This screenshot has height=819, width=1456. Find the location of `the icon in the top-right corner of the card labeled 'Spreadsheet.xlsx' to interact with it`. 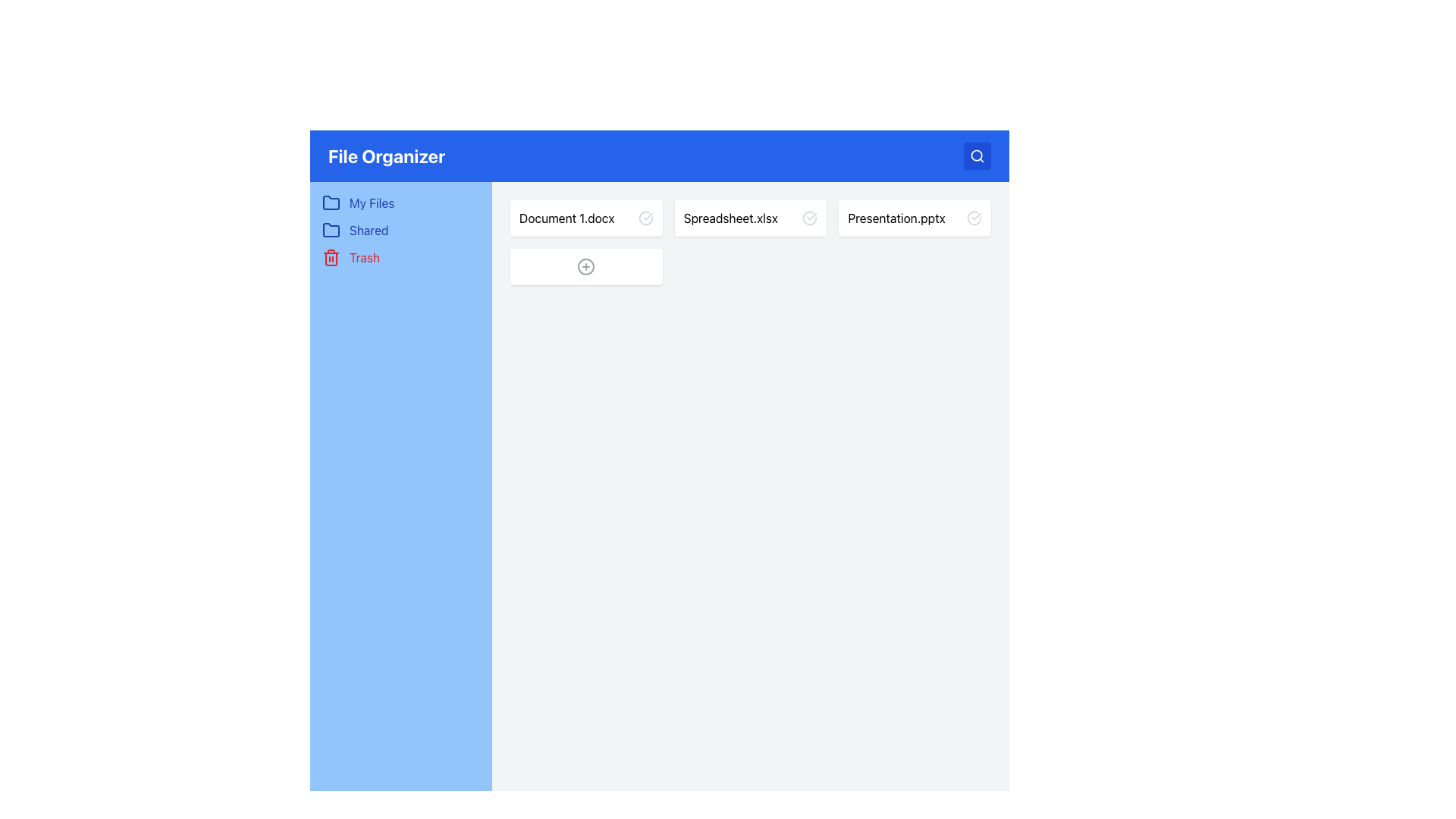

the icon in the top-right corner of the card labeled 'Spreadsheet.xlsx' to interact with it is located at coordinates (809, 218).